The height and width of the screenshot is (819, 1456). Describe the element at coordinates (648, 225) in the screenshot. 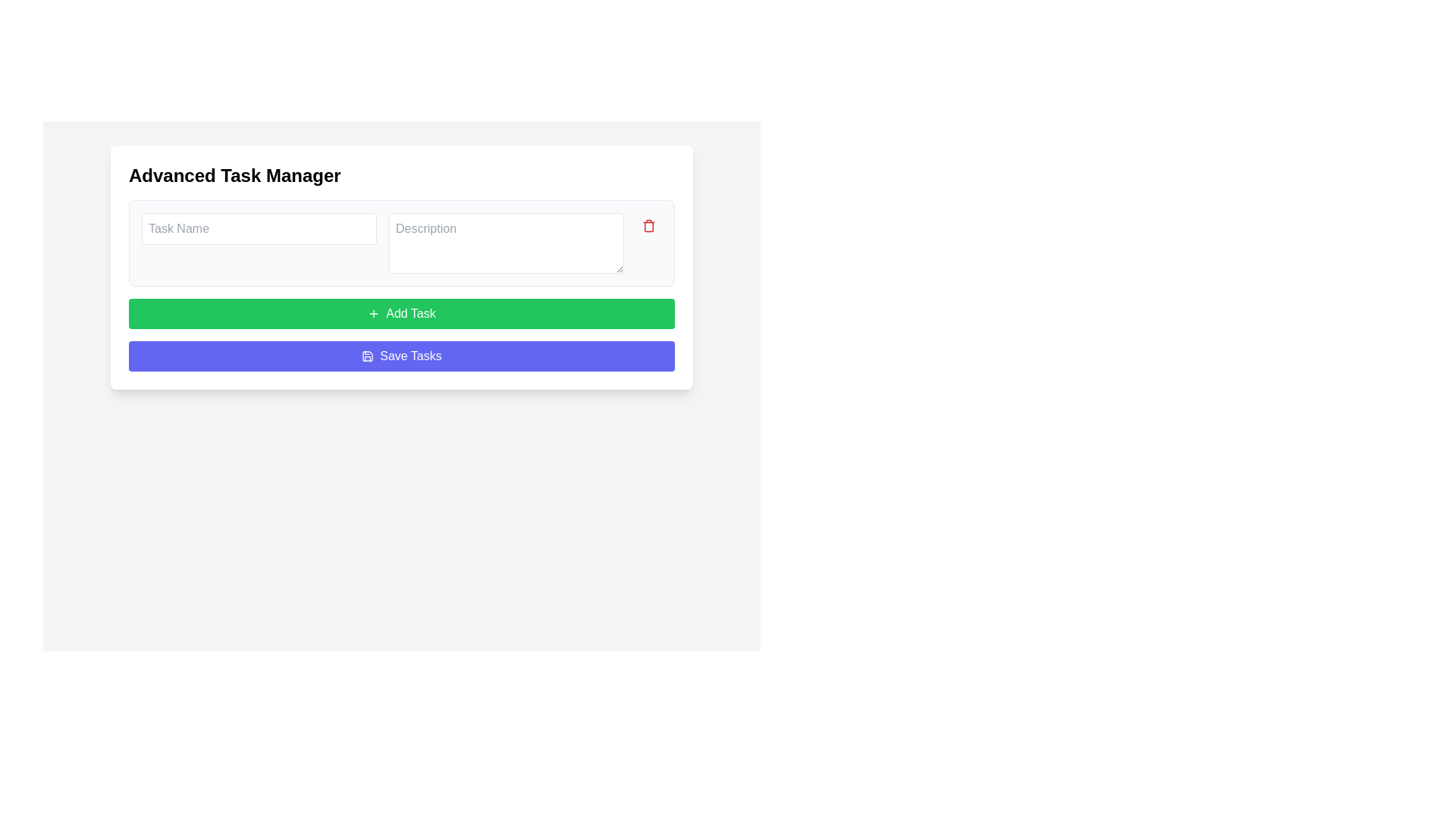

I see `the delete icon within the red-styled button located at the top right of the task management section` at that location.